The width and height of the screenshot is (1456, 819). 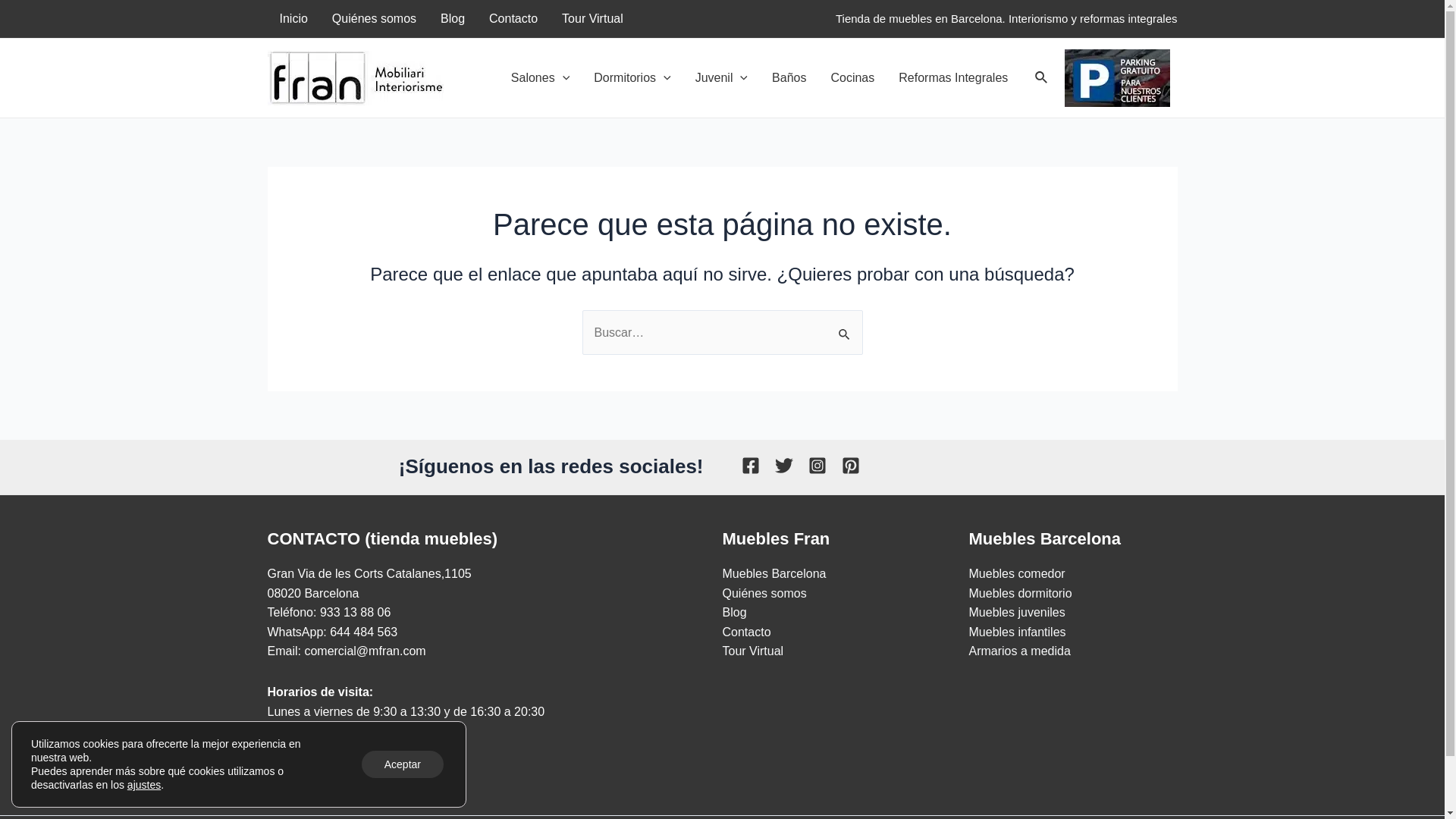 What do you see at coordinates (303, 650) in the screenshot?
I see `'comercial@mfran.com'` at bounding box center [303, 650].